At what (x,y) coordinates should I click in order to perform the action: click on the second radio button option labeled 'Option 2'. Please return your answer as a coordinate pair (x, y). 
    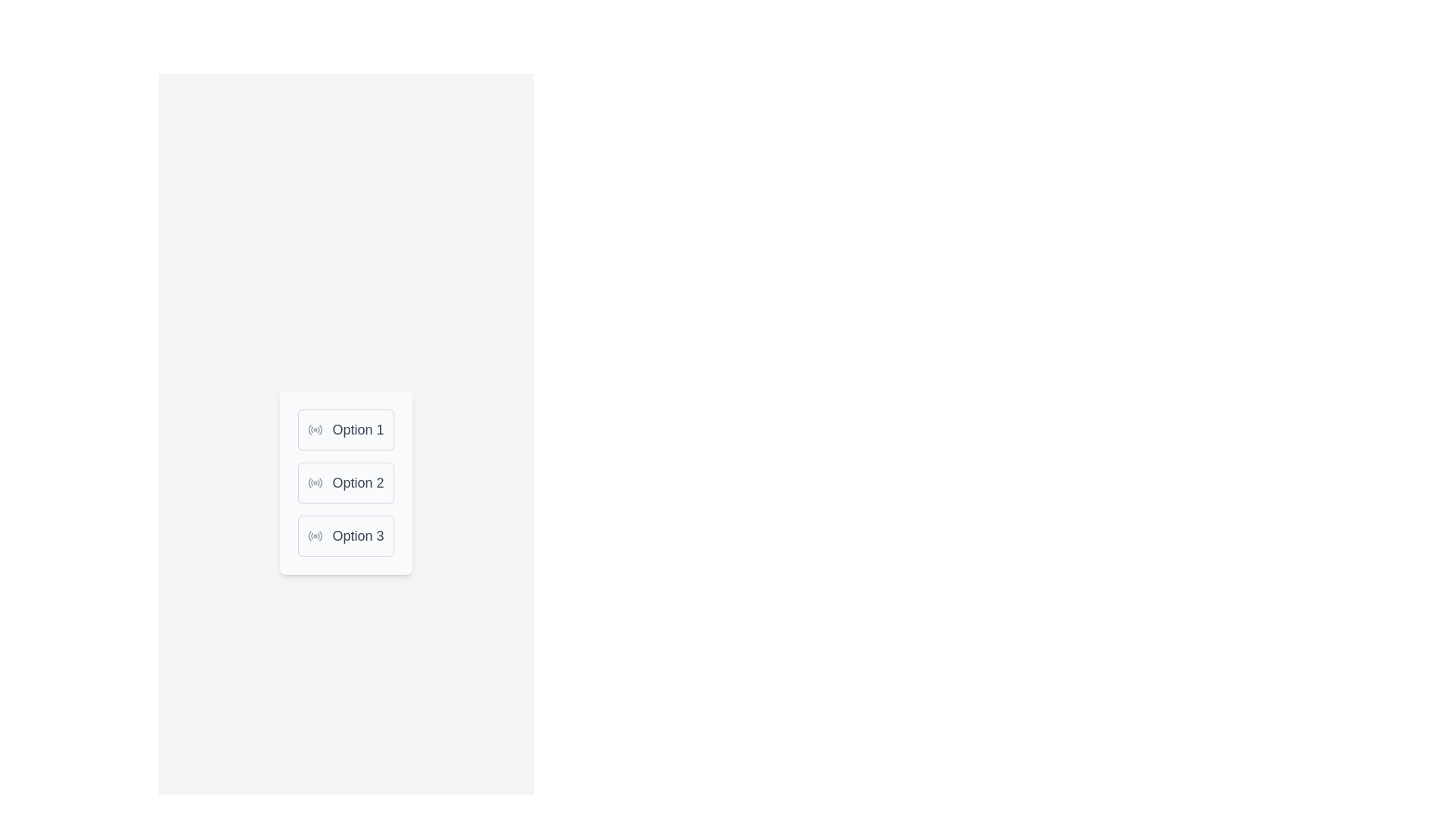
    Looking at the image, I should click on (345, 482).